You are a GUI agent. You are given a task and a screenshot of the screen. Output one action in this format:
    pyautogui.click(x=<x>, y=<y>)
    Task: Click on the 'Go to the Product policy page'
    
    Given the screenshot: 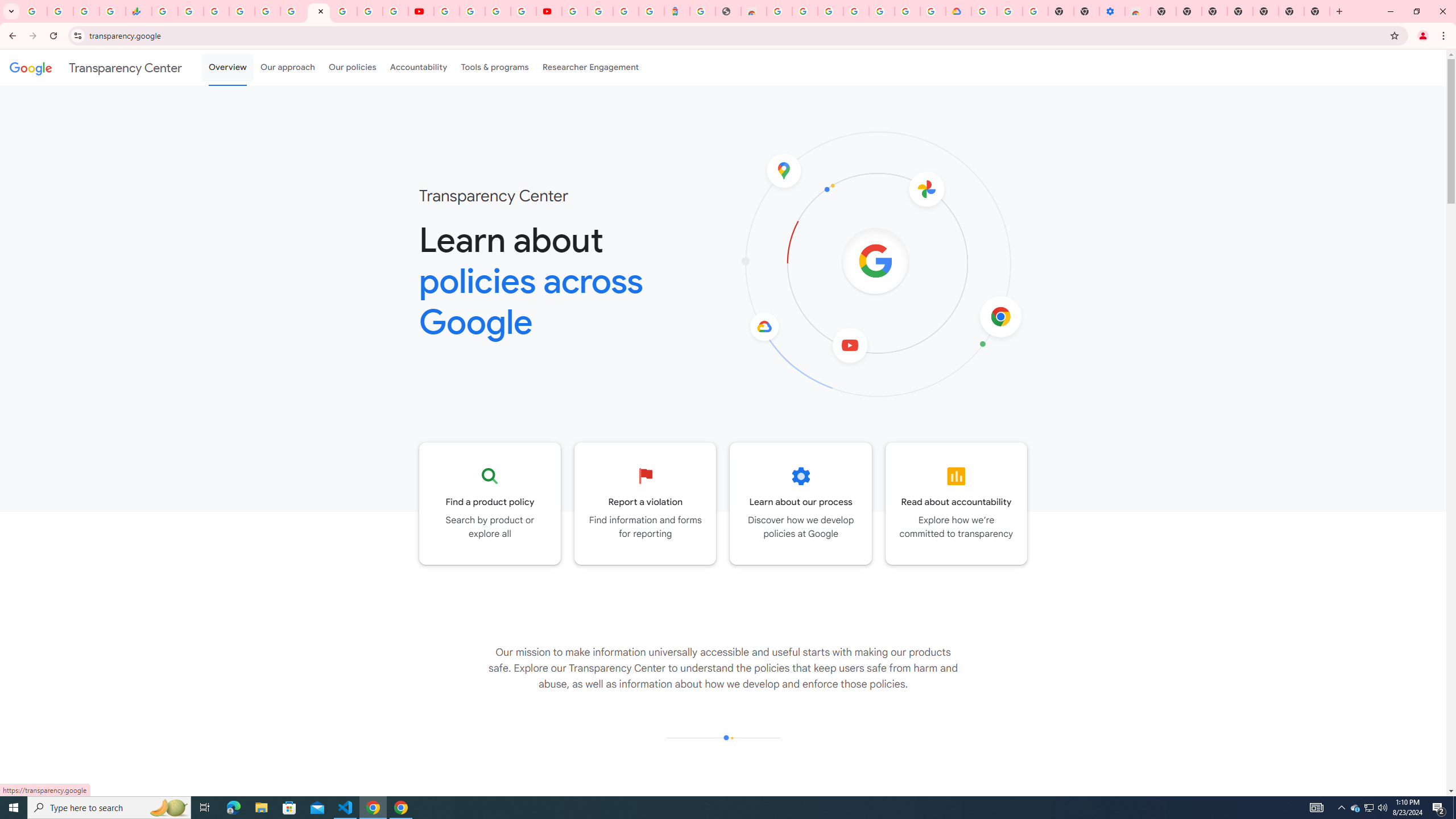 What is the action you would take?
    pyautogui.click(x=490, y=503)
    